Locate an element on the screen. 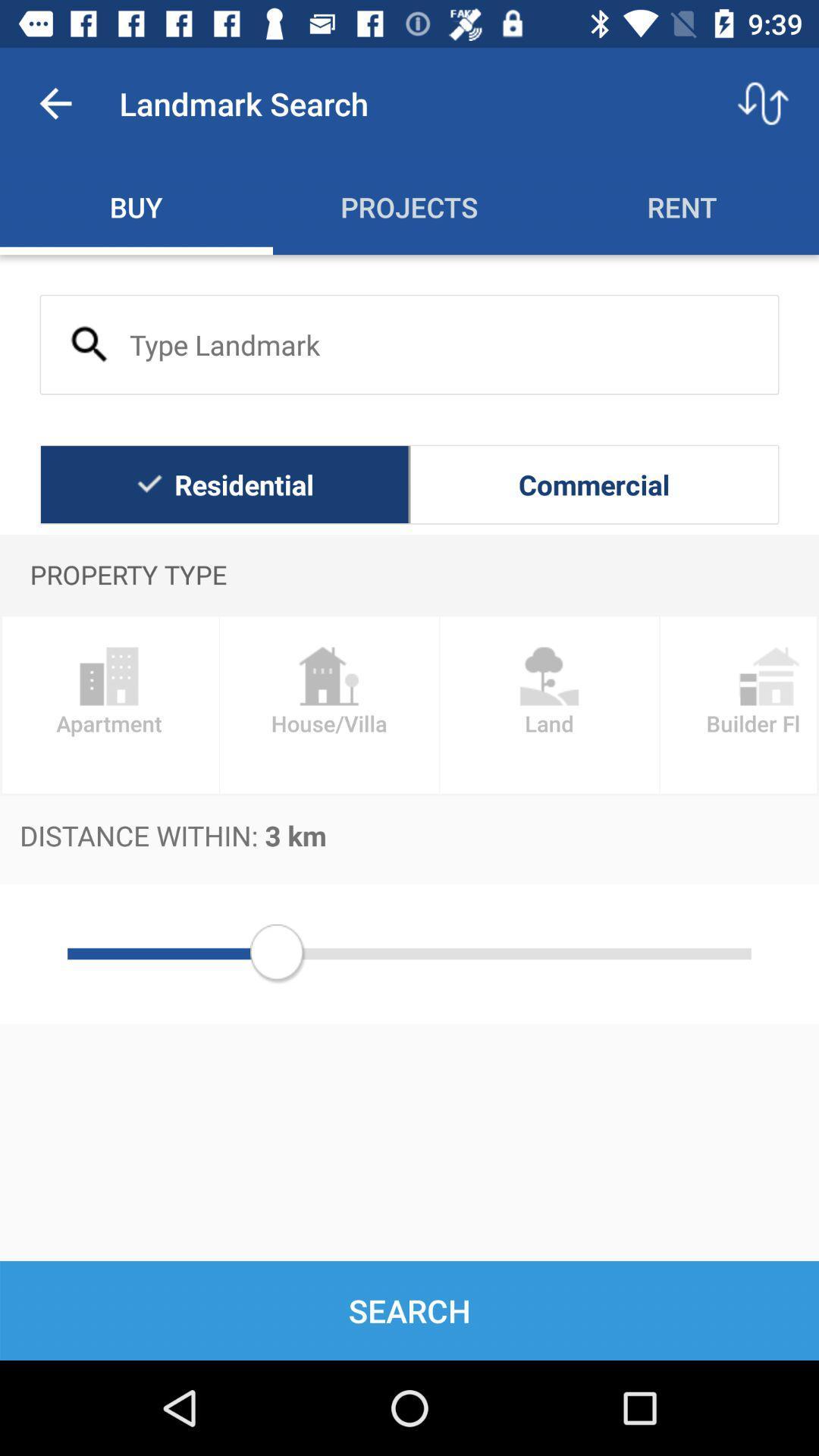 This screenshot has width=819, height=1456. factory icon is located at coordinates (328, 704).